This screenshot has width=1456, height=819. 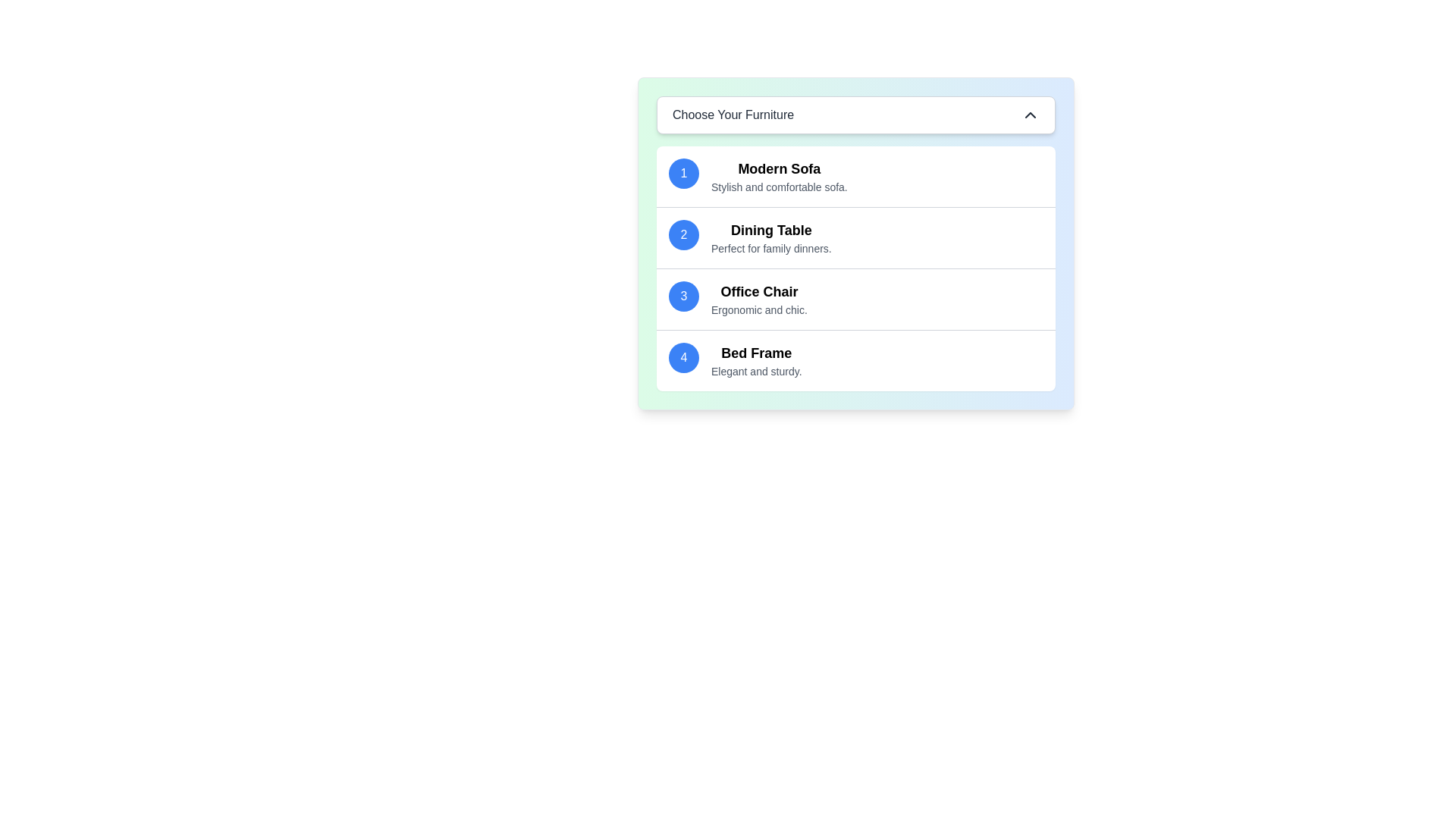 What do you see at coordinates (771, 247) in the screenshot?
I see `text content of the text label that says 'Perfect for family dinners.' located below the title 'Dining Table' in the furniture list` at bounding box center [771, 247].